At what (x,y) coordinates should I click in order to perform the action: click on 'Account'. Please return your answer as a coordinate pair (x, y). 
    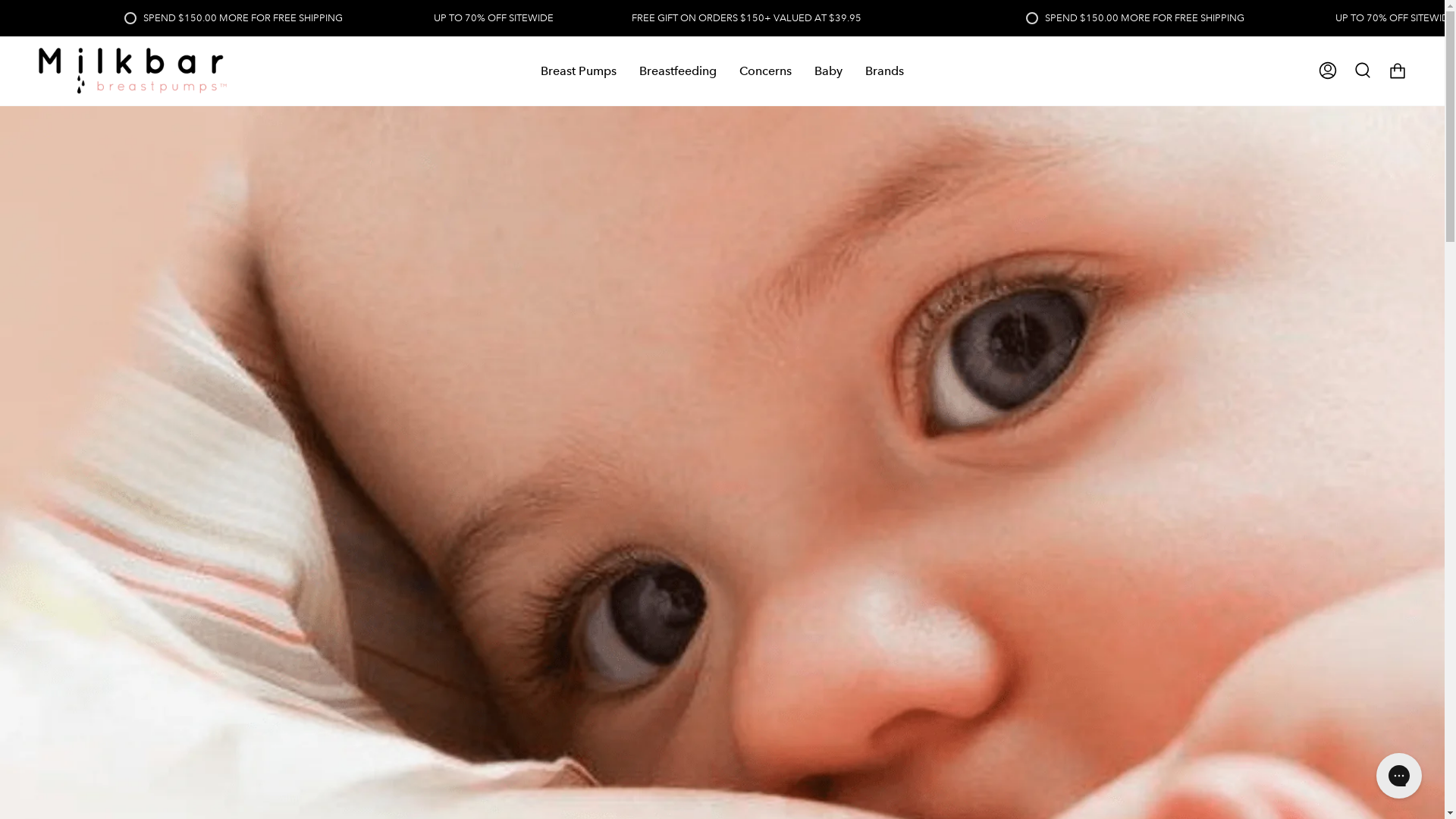
    Looking at the image, I should click on (1327, 71).